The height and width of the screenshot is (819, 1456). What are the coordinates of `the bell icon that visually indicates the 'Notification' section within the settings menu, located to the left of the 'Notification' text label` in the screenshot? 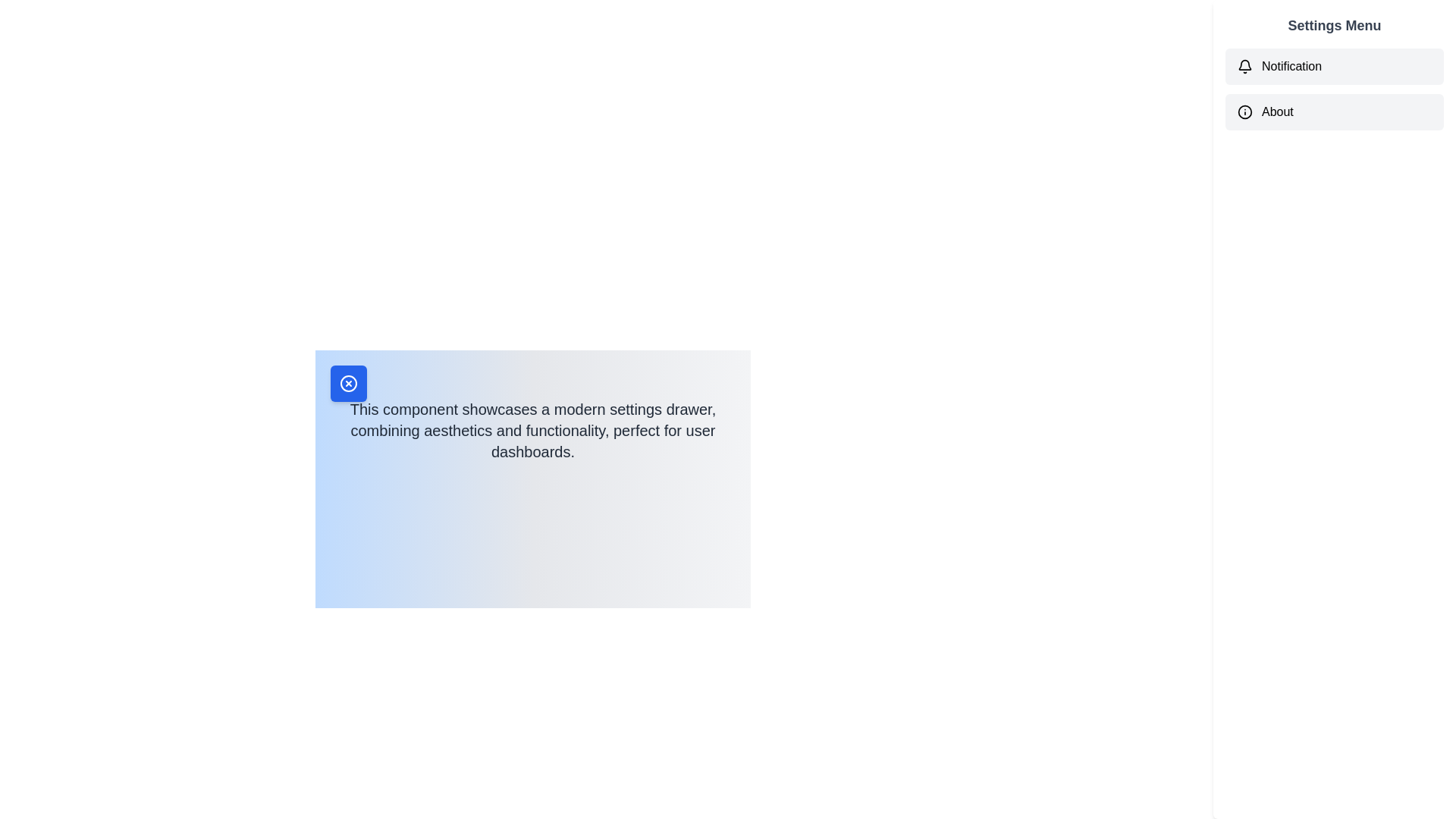 It's located at (1244, 66).